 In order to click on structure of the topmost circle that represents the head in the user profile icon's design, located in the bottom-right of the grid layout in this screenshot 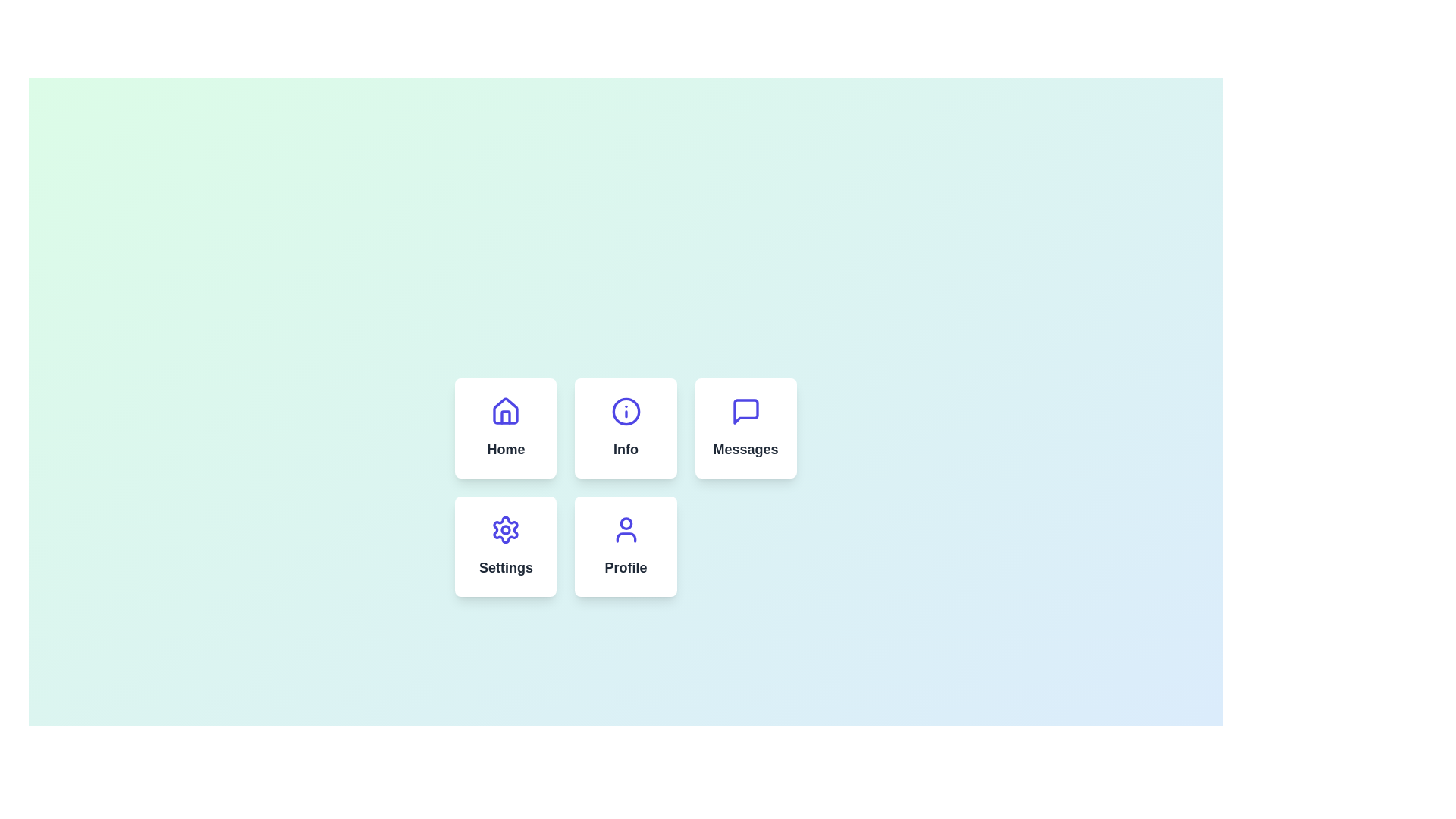, I will do `click(626, 522)`.